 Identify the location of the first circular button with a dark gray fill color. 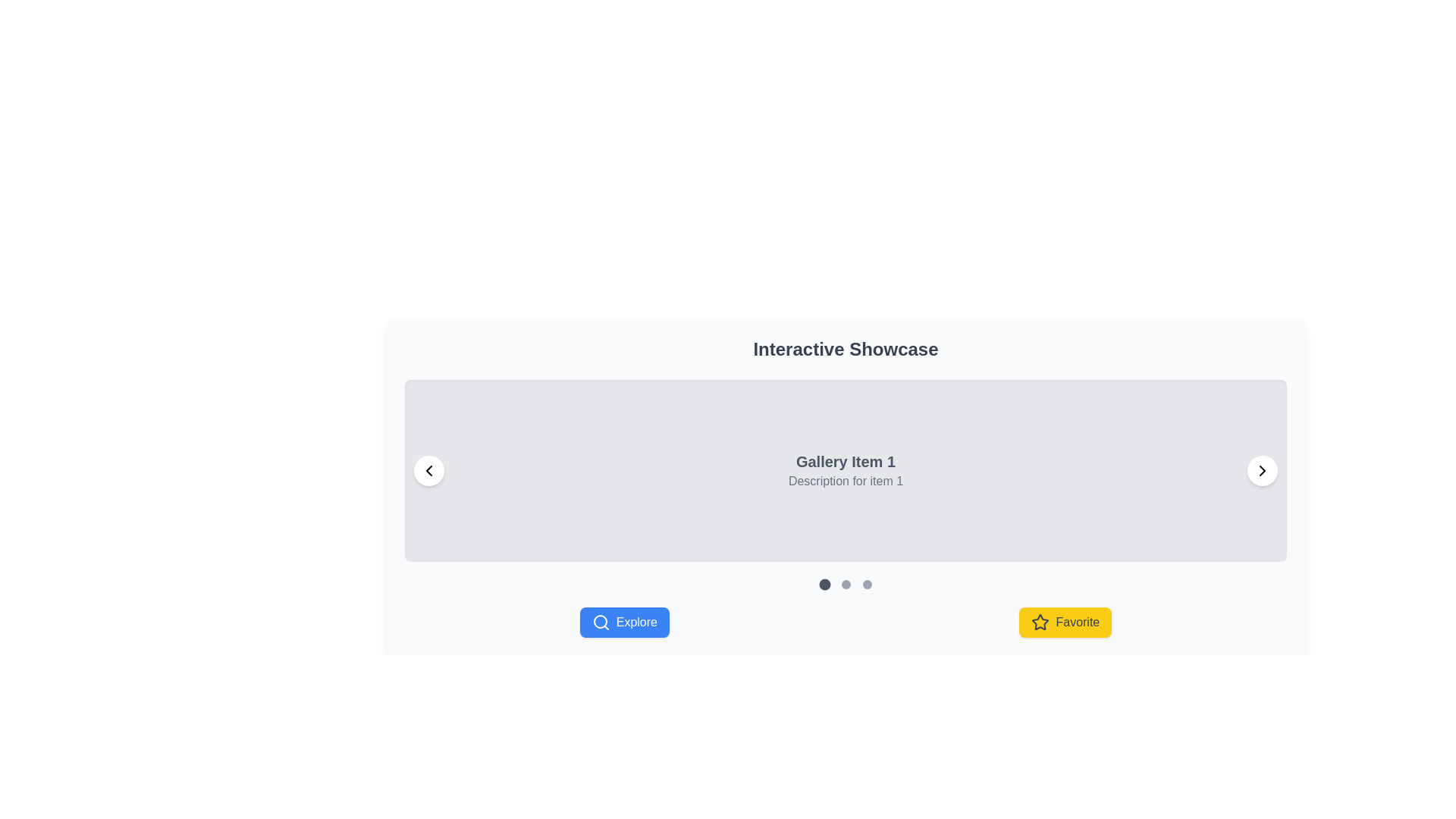
(824, 584).